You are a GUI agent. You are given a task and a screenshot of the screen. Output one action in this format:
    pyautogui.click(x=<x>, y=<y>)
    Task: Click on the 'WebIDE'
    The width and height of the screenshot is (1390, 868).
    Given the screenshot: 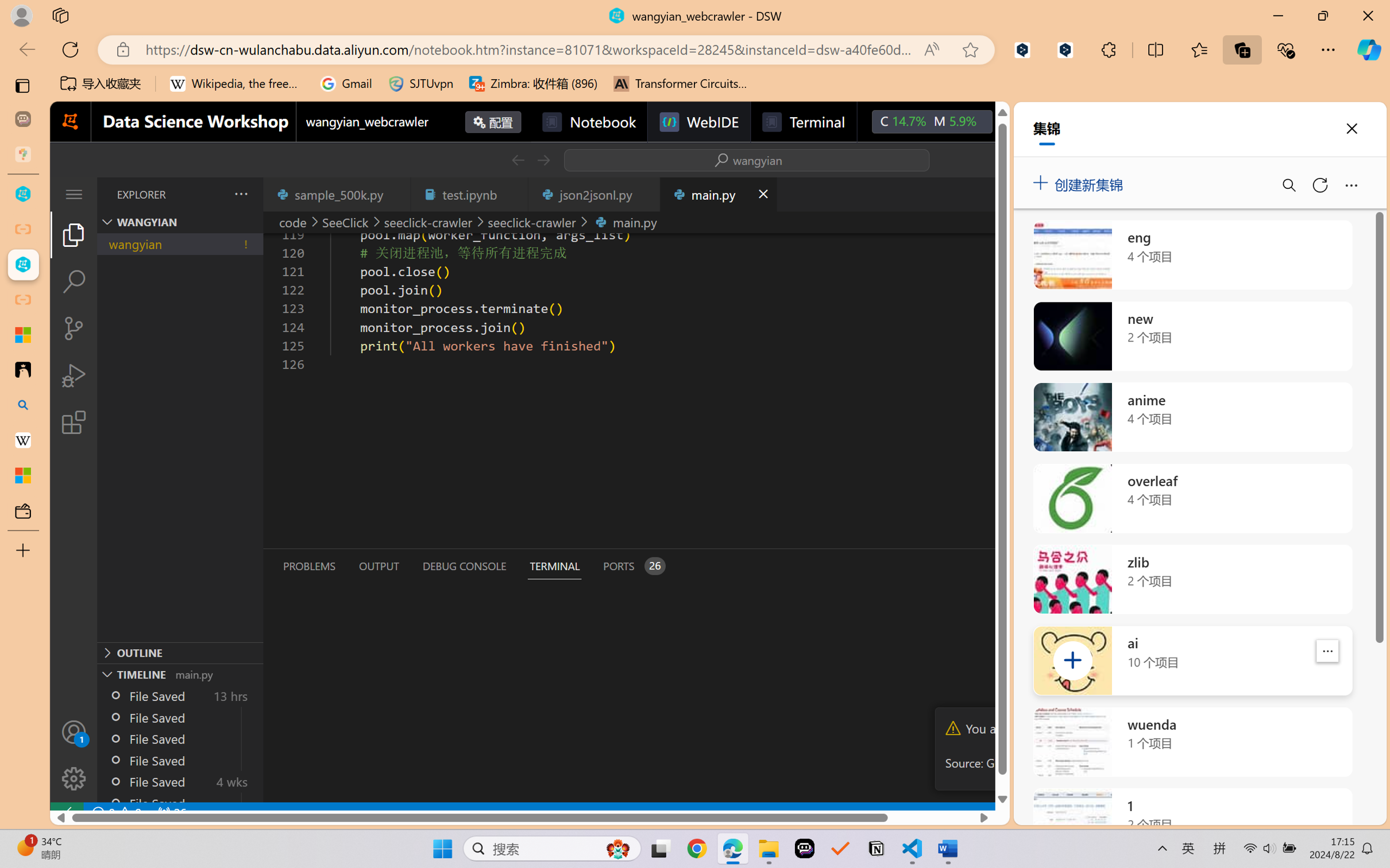 What is the action you would take?
    pyautogui.click(x=698, y=121)
    